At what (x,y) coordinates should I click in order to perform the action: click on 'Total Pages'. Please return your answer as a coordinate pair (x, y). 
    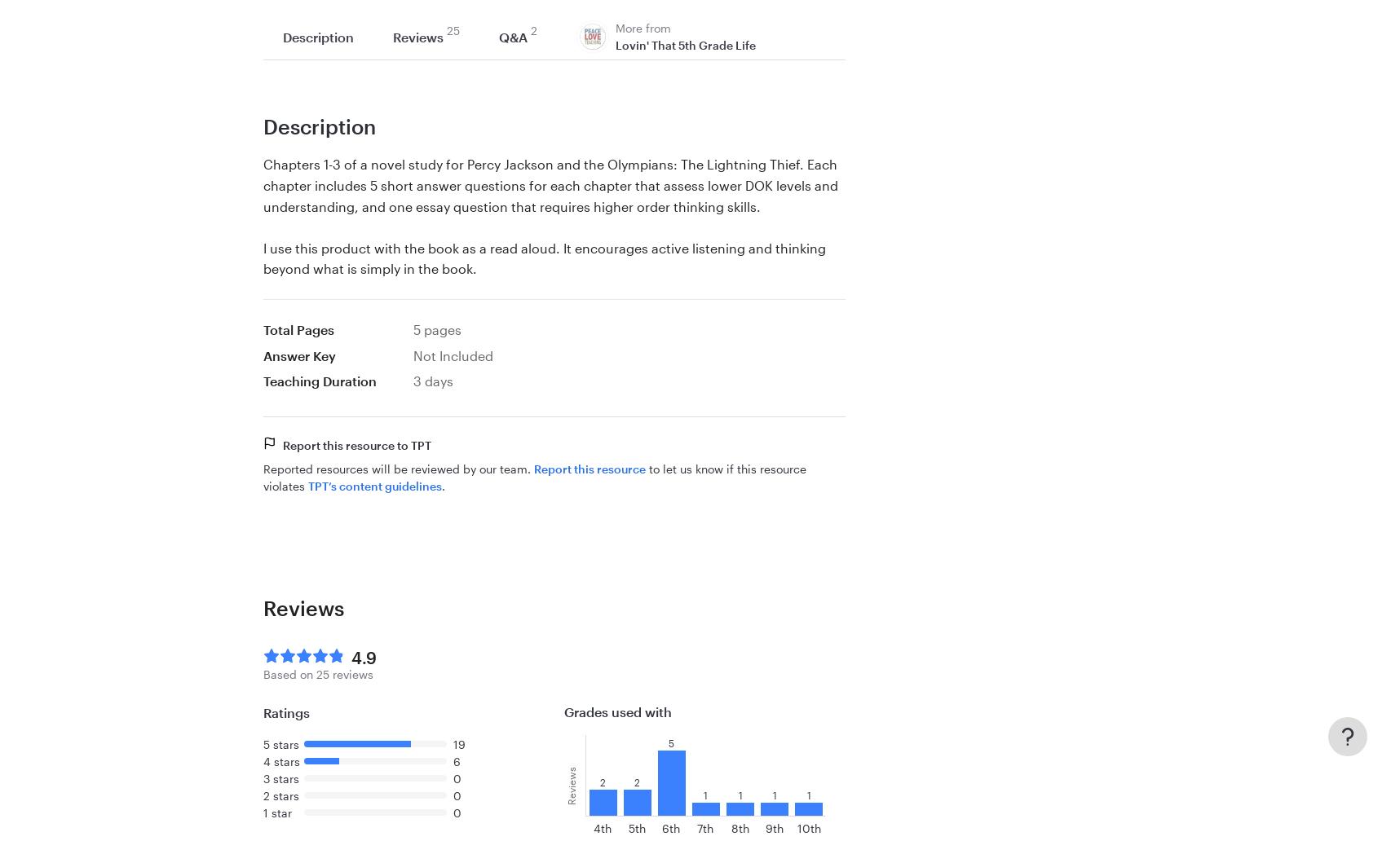
    Looking at the image, I should click on (298, 328).